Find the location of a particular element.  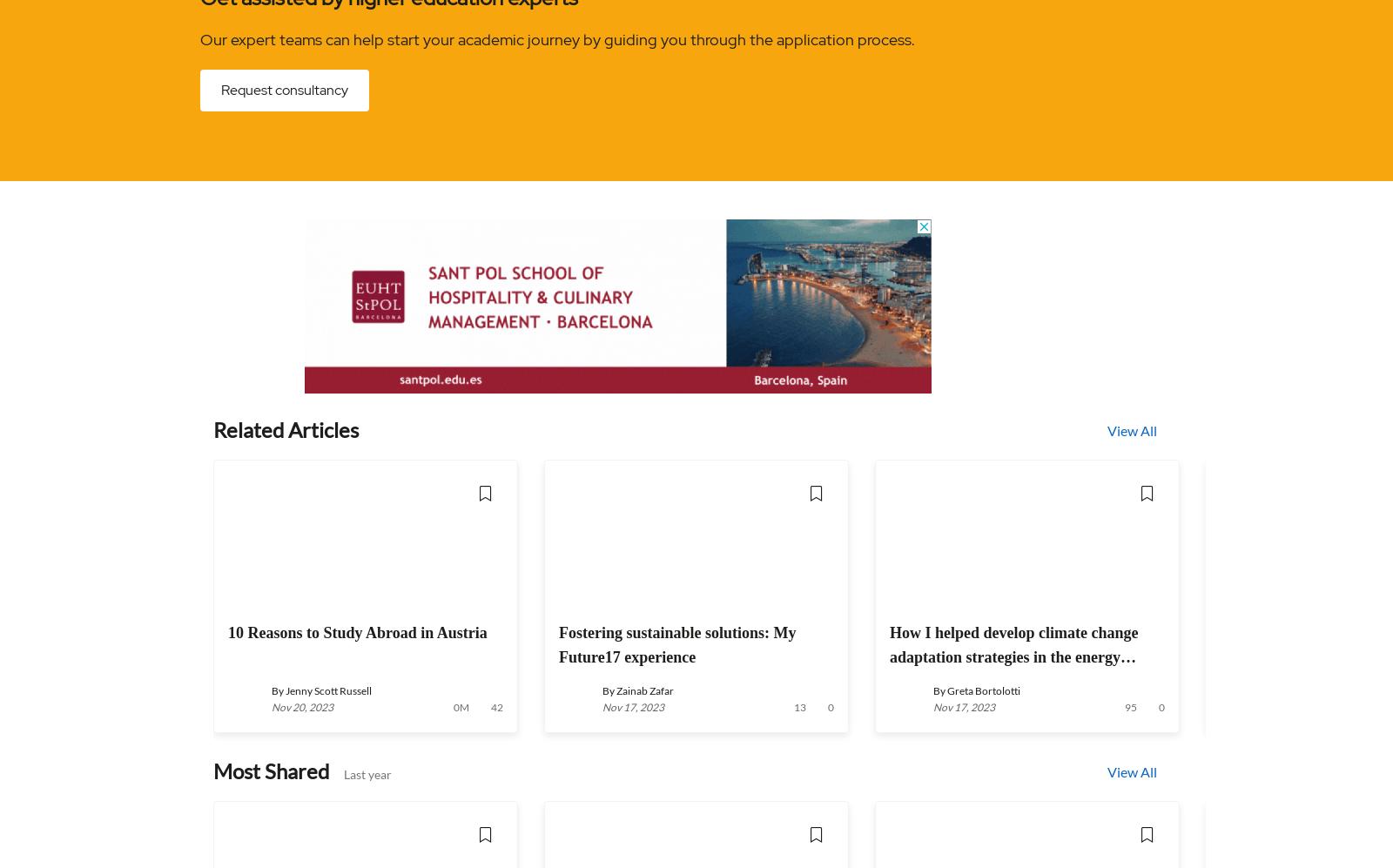

'Related Articles' is located at coordinates (286, 429).